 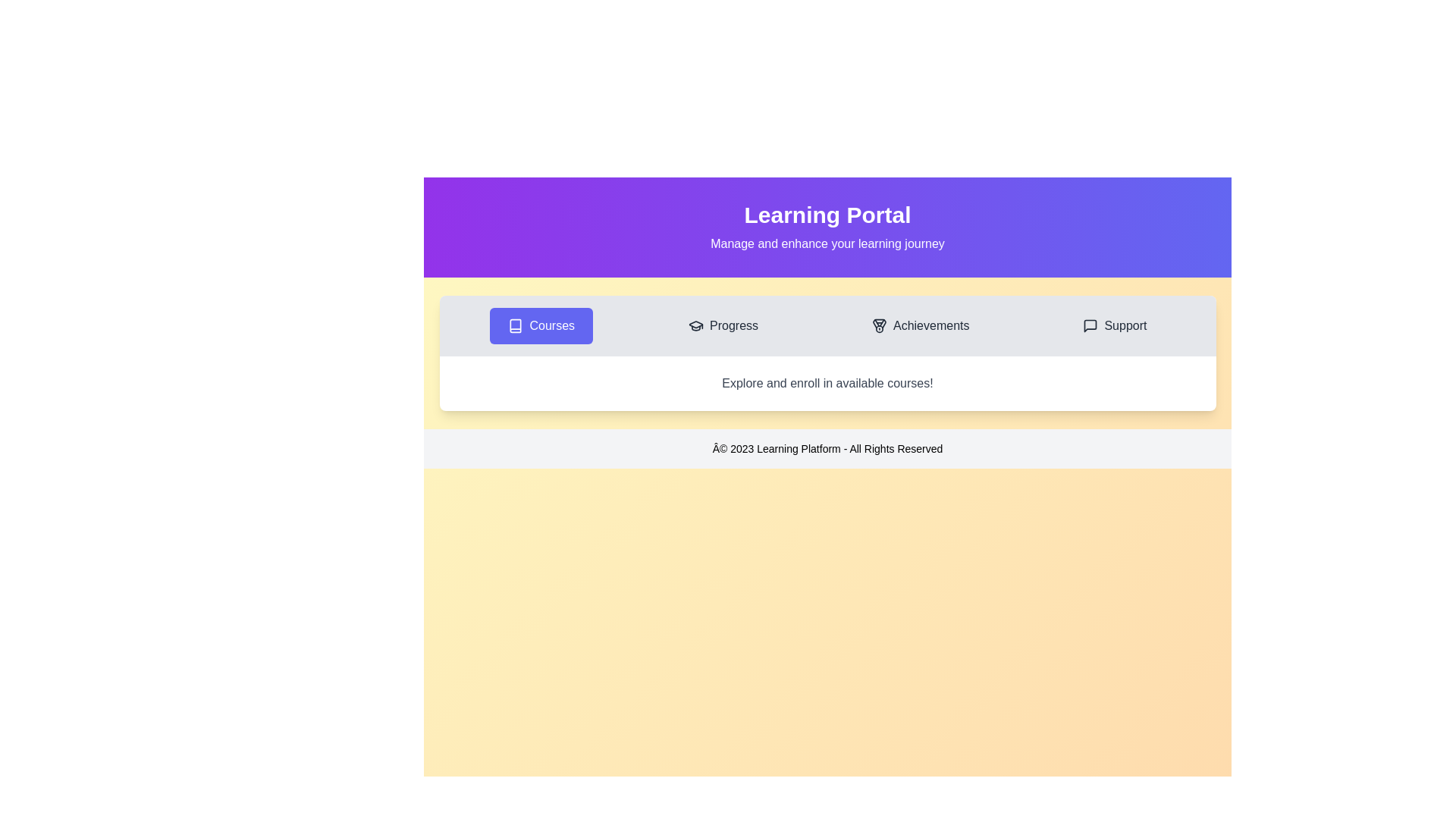 I want to click on the 'Courses' text label, which is displayed in white font on a blue rectangular background, located next to a book icon within the first interactive button of the horizontal menu bar, so click(x=551, y=325).